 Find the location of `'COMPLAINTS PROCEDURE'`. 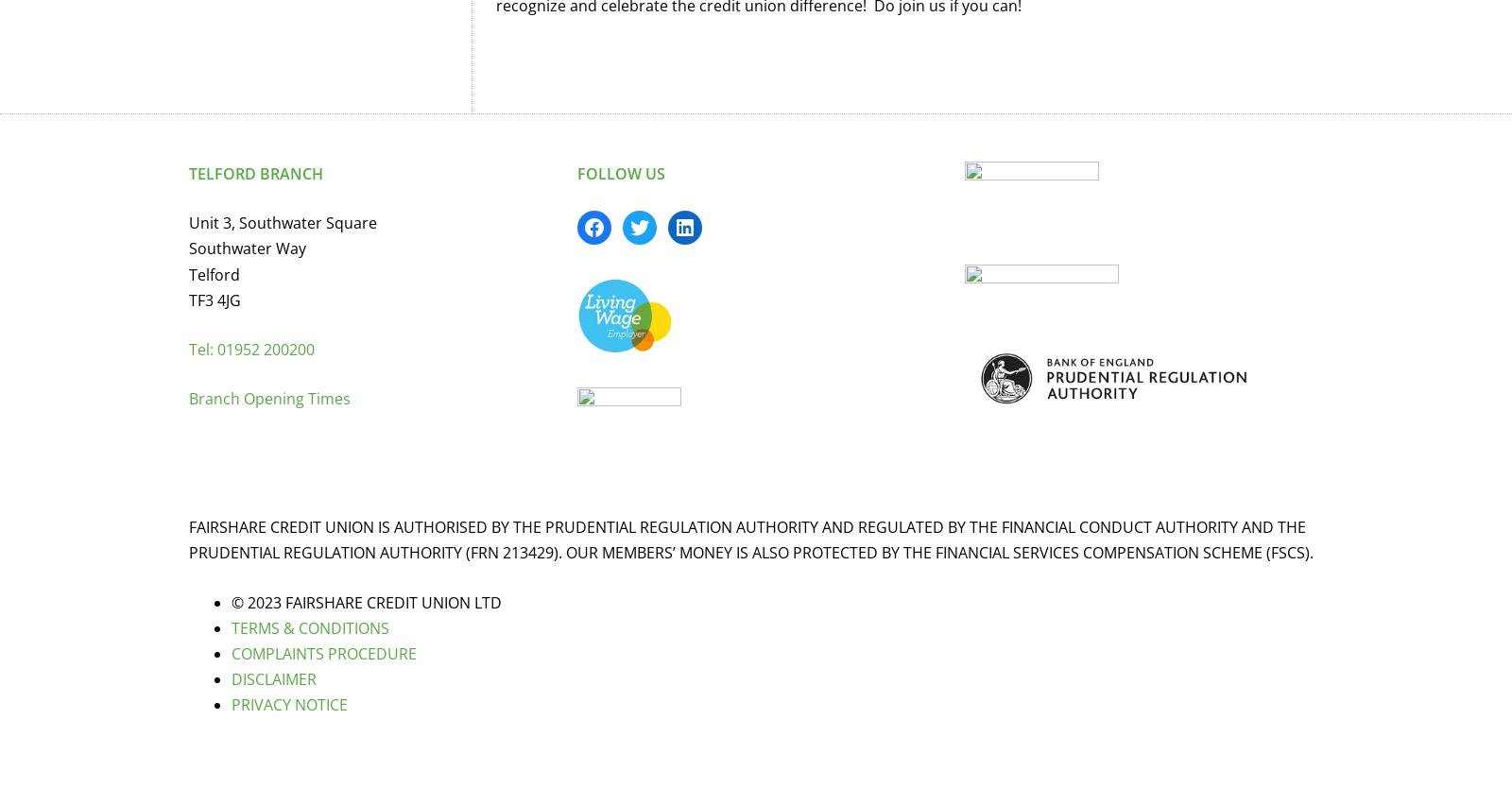

'COMPLAINTS PROCEDURE' is located at coordinates (231, 651).